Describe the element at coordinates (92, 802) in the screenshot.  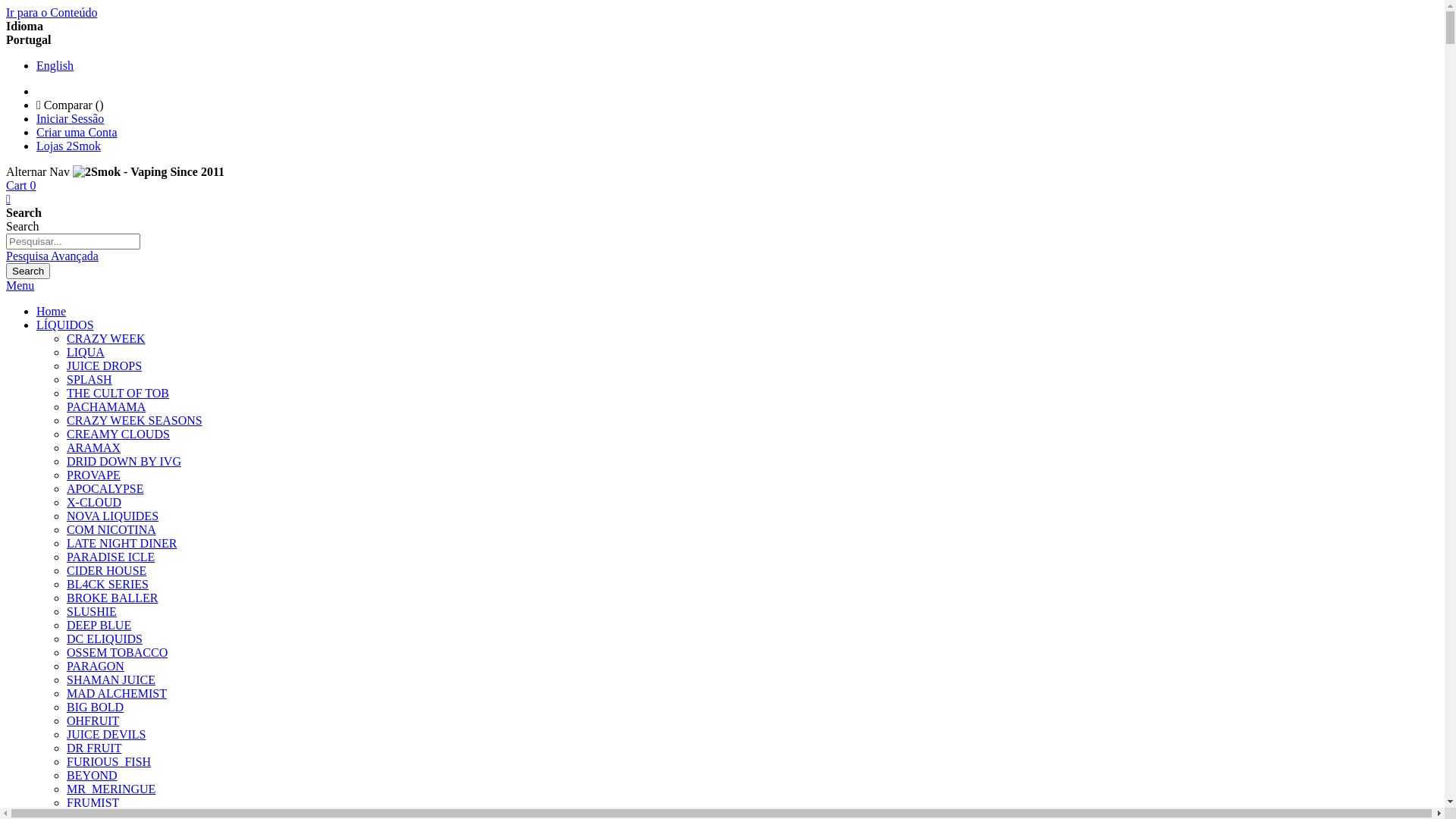
I see `'FRUMIST'` at that location.